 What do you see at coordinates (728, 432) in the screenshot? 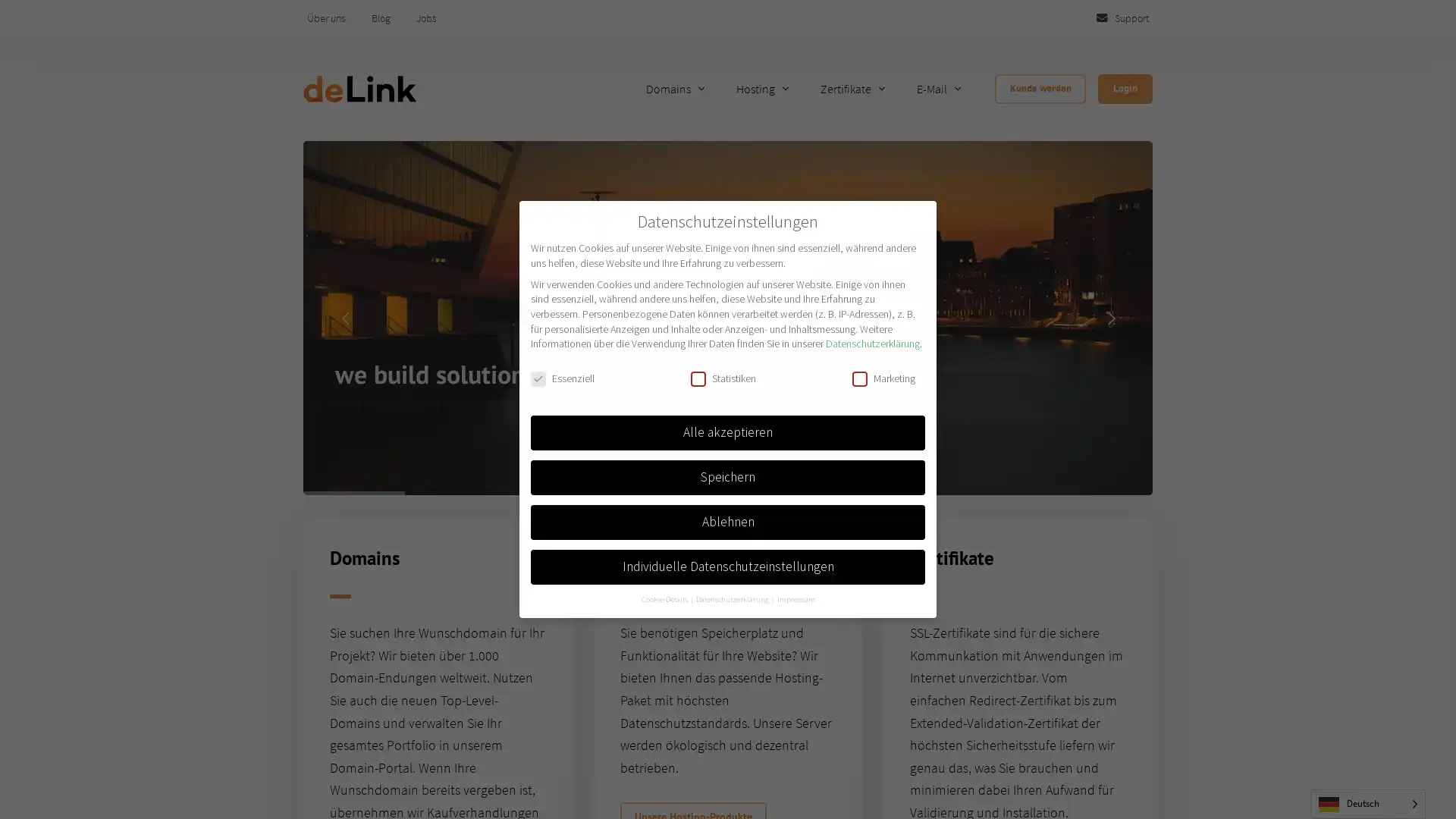
I see `Alle akzeptieren` at bounding box center [728, 432].